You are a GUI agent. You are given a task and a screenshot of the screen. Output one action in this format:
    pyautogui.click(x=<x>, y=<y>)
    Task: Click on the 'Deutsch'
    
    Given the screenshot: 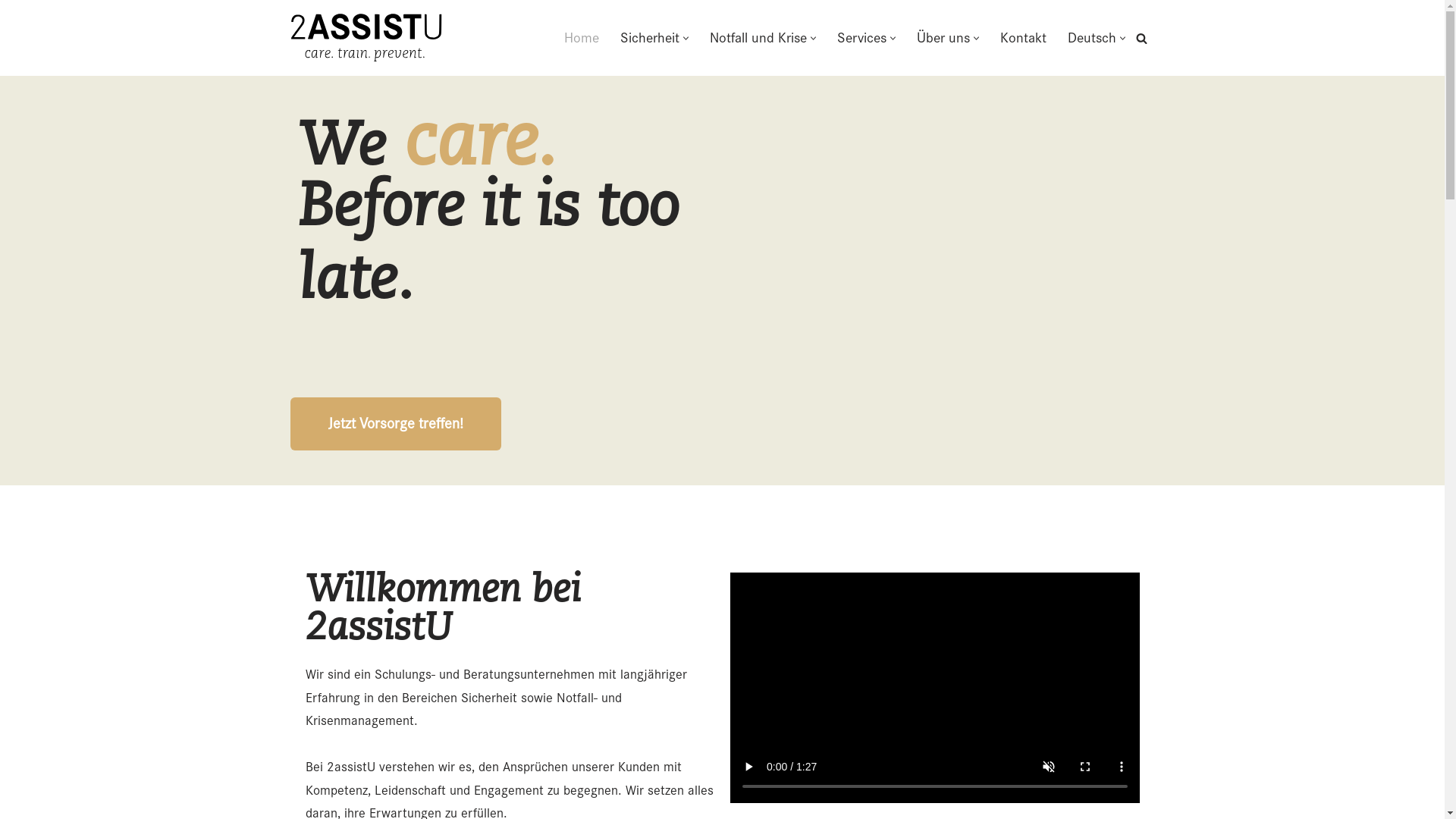 What is the action you would take?
    pyautogui.click(x=1092, y=36)
    